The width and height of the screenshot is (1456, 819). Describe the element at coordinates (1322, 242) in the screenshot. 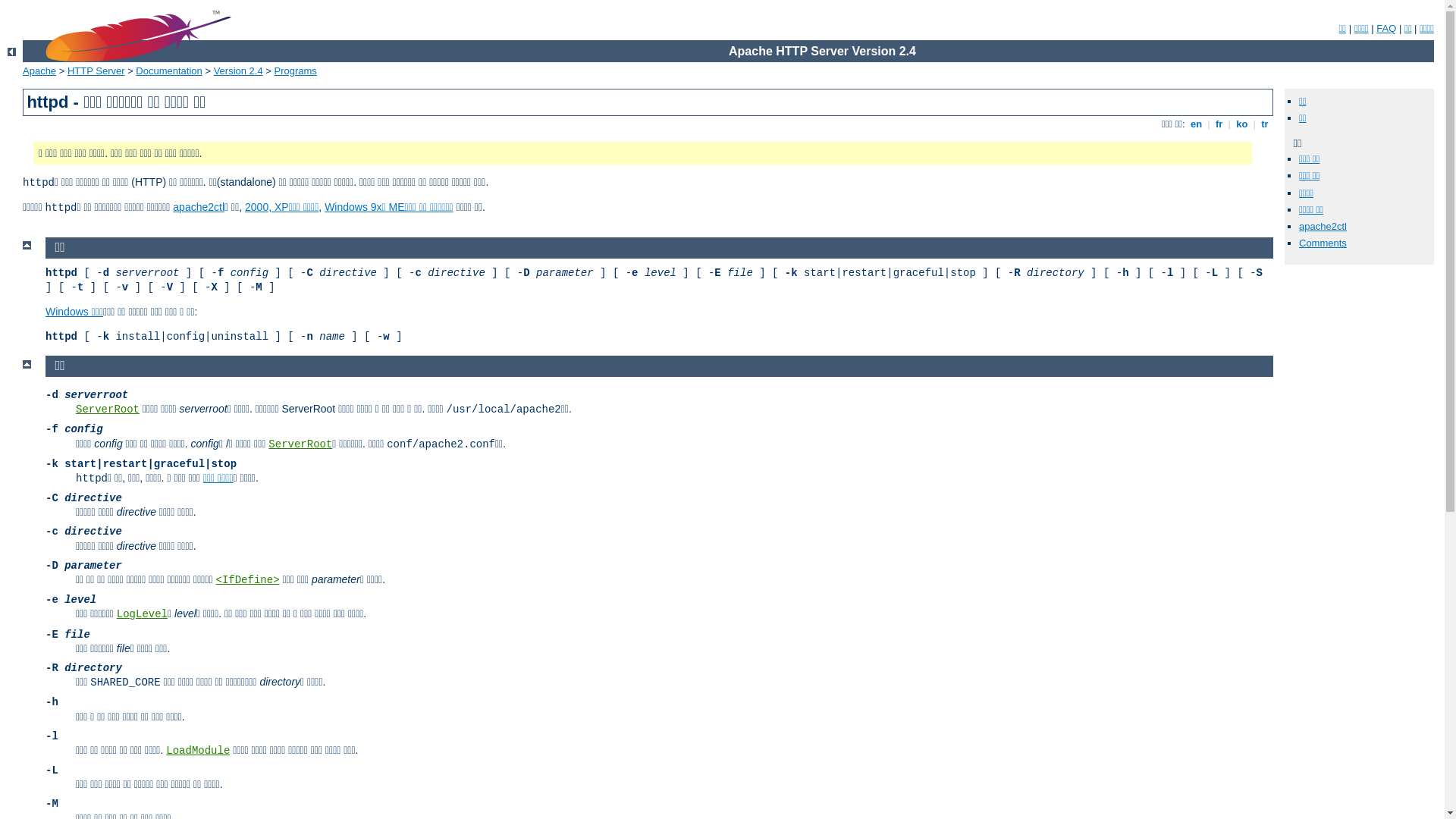

I see `'Comments'` at that location.